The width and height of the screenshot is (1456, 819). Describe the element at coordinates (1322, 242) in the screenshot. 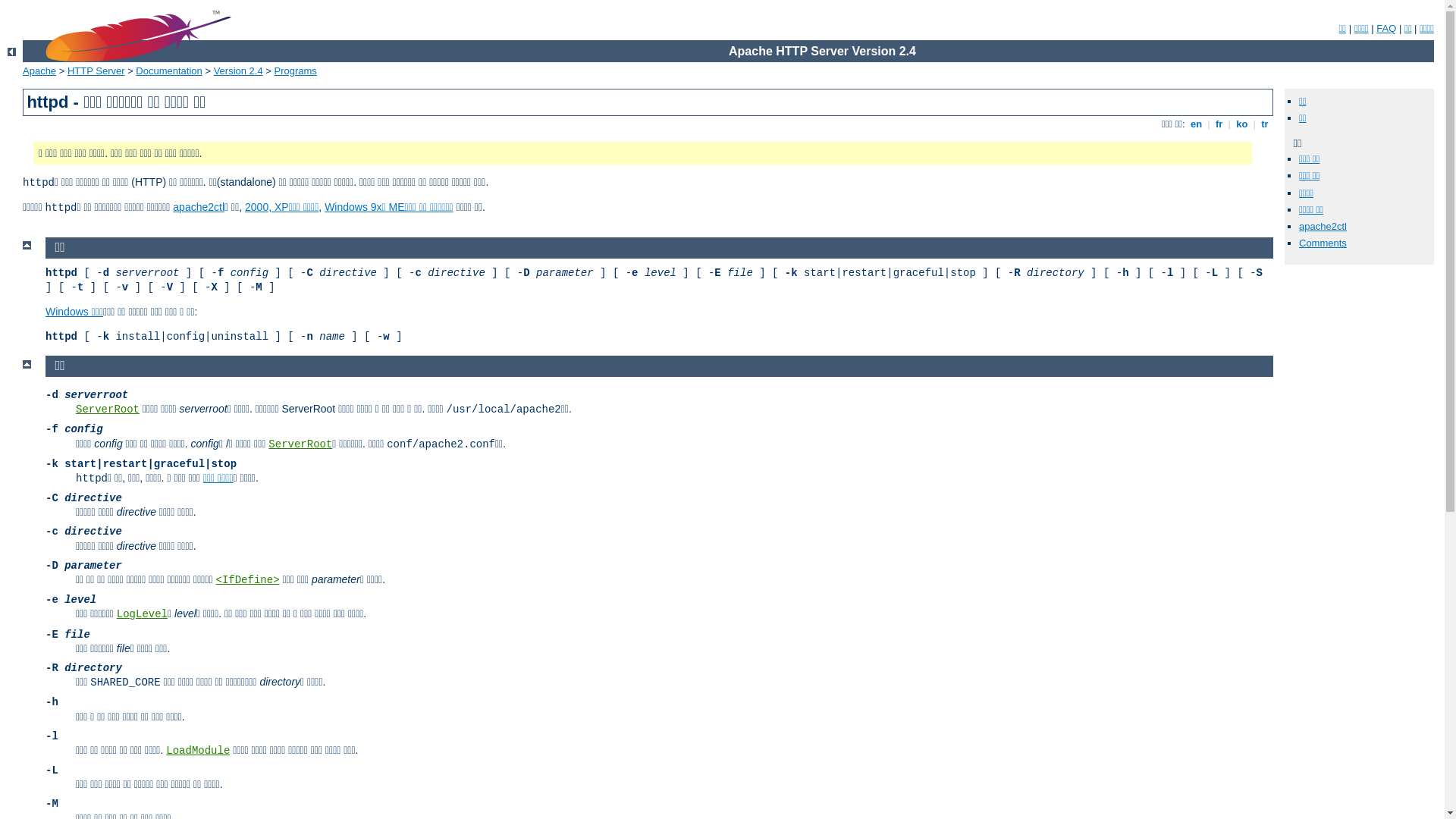

I see `'Comments'` at that location.